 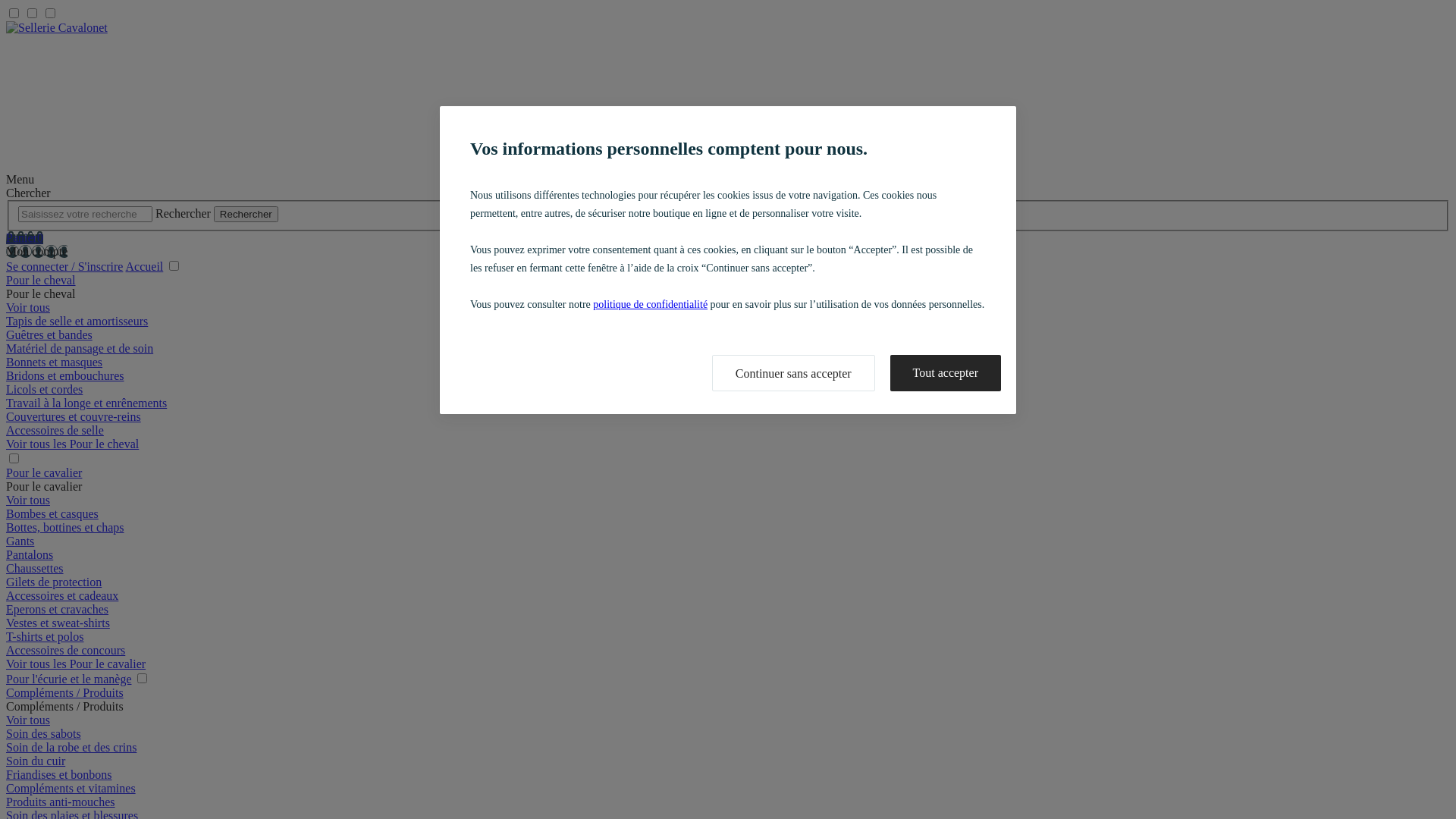 I want to click on 'Pantalons', so click(x=29, y=554).